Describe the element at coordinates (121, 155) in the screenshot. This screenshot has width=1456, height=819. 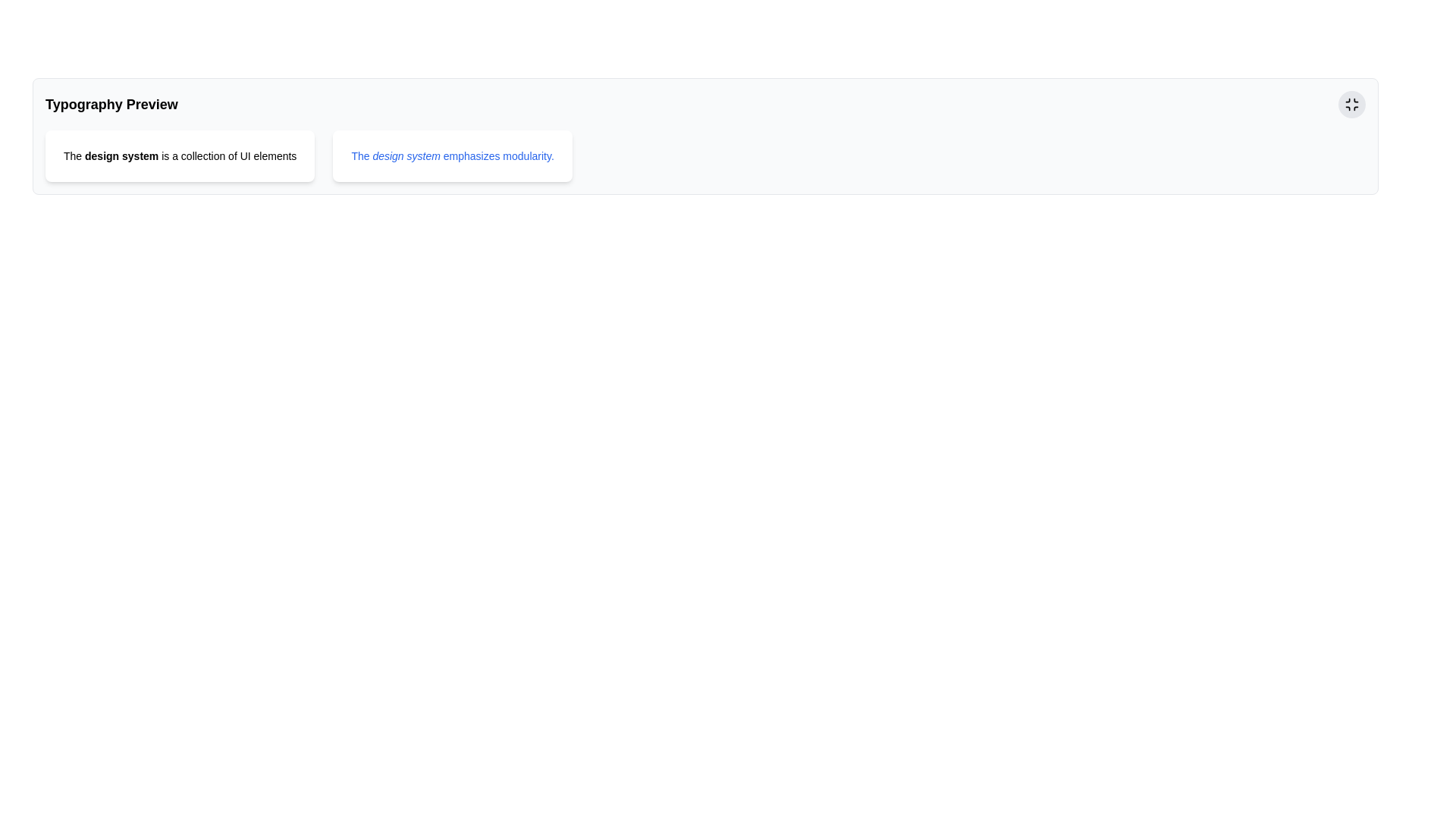
I see `the text element that says 'design system', which is styled in bold and is located in the left card beneath the 'Typography Preview' title` at that location.